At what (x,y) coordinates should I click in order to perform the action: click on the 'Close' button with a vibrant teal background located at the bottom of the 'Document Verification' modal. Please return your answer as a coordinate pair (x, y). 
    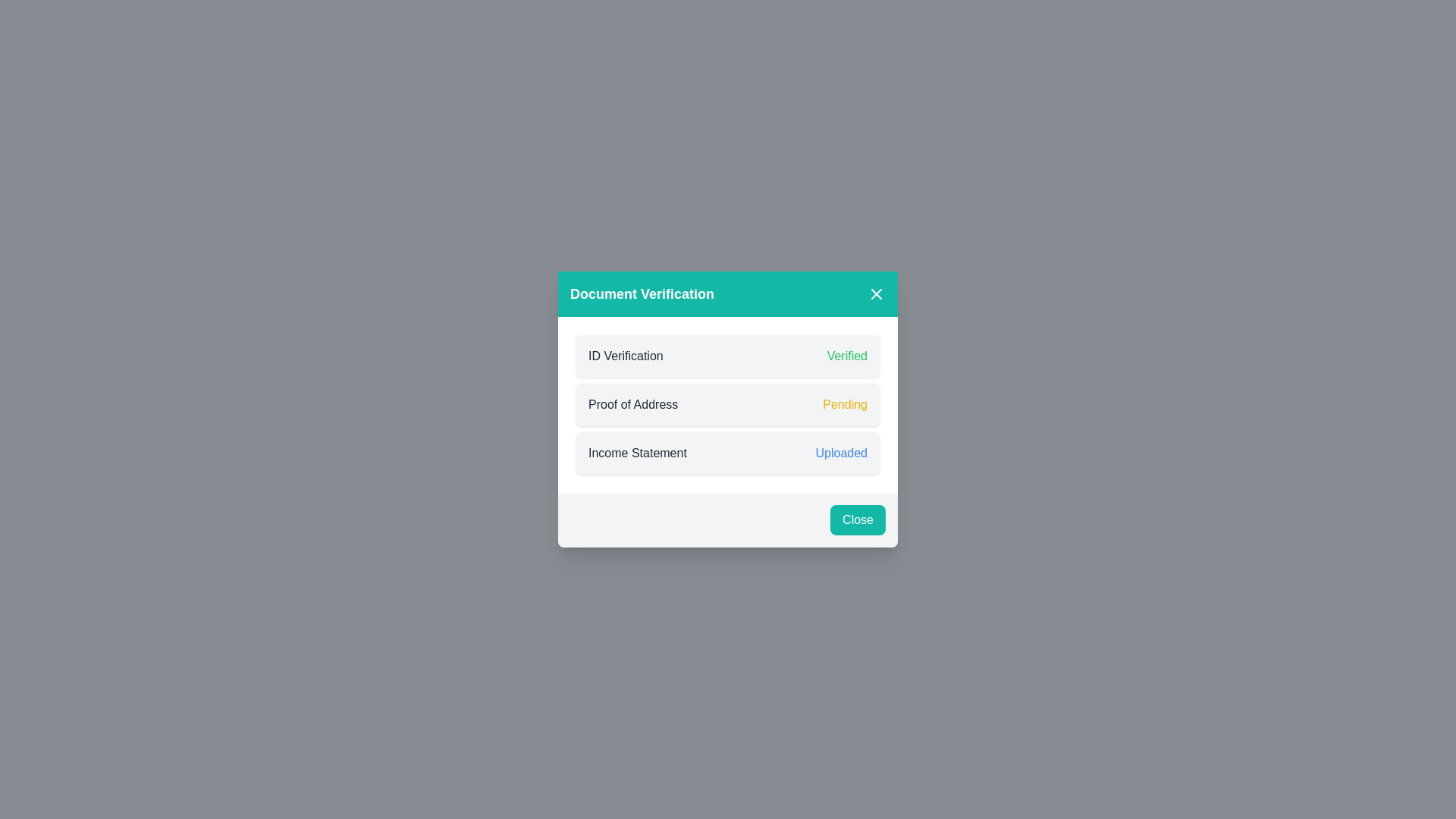
    Looking at the image, I should click on (858, 519).